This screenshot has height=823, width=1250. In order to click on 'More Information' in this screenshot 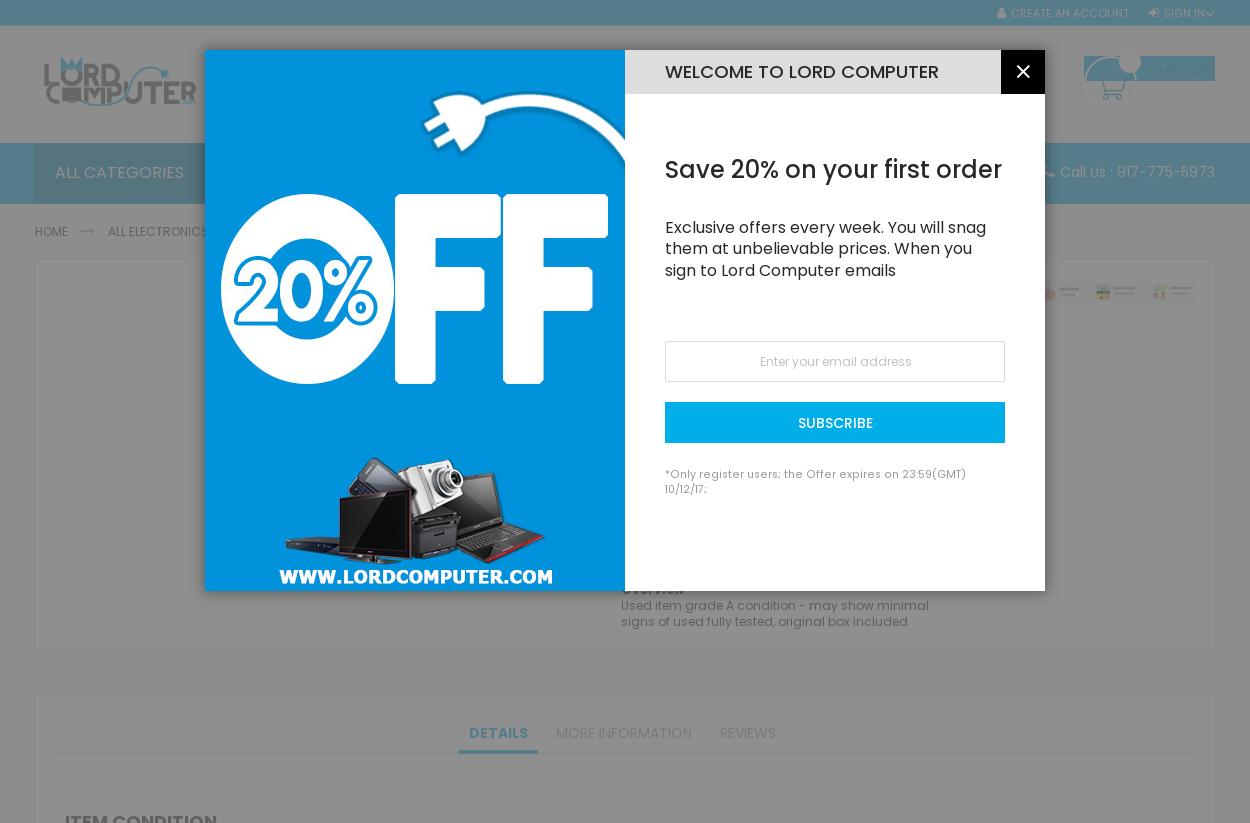, I will do `click(623, 732)`.